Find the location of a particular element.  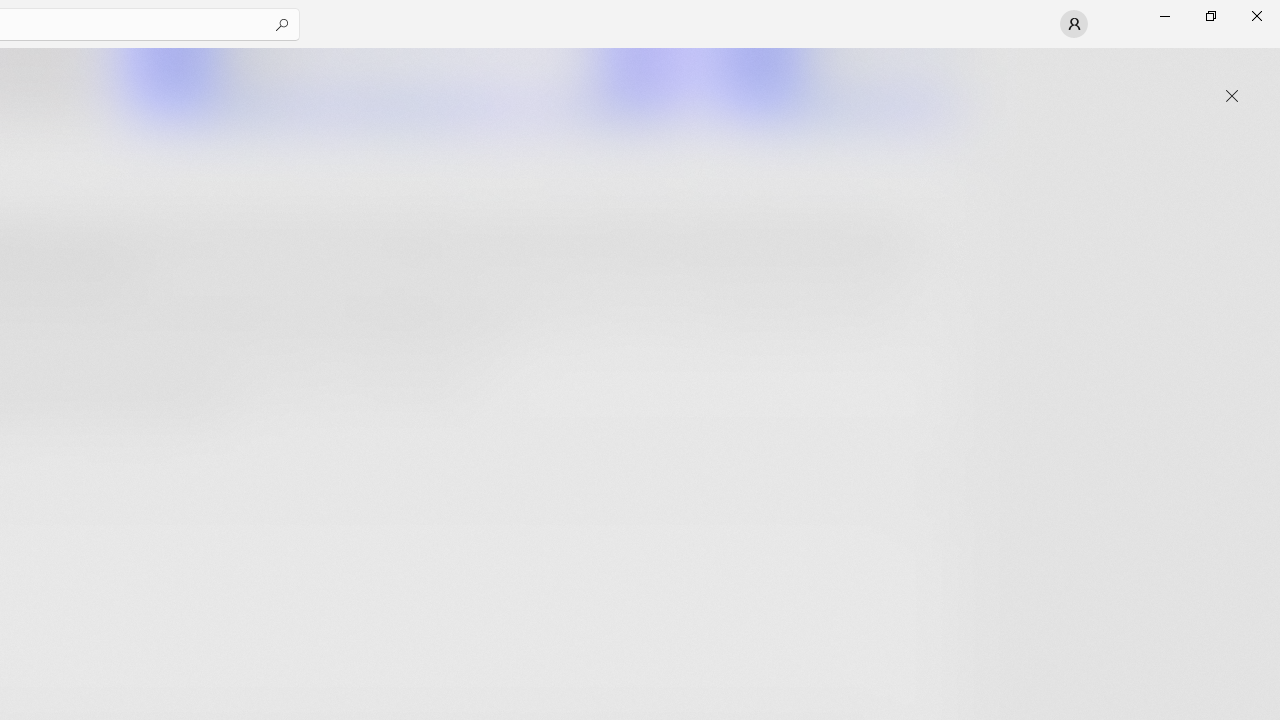

'Minimize Microsoft Store' is located at coordinates (1164, 15).